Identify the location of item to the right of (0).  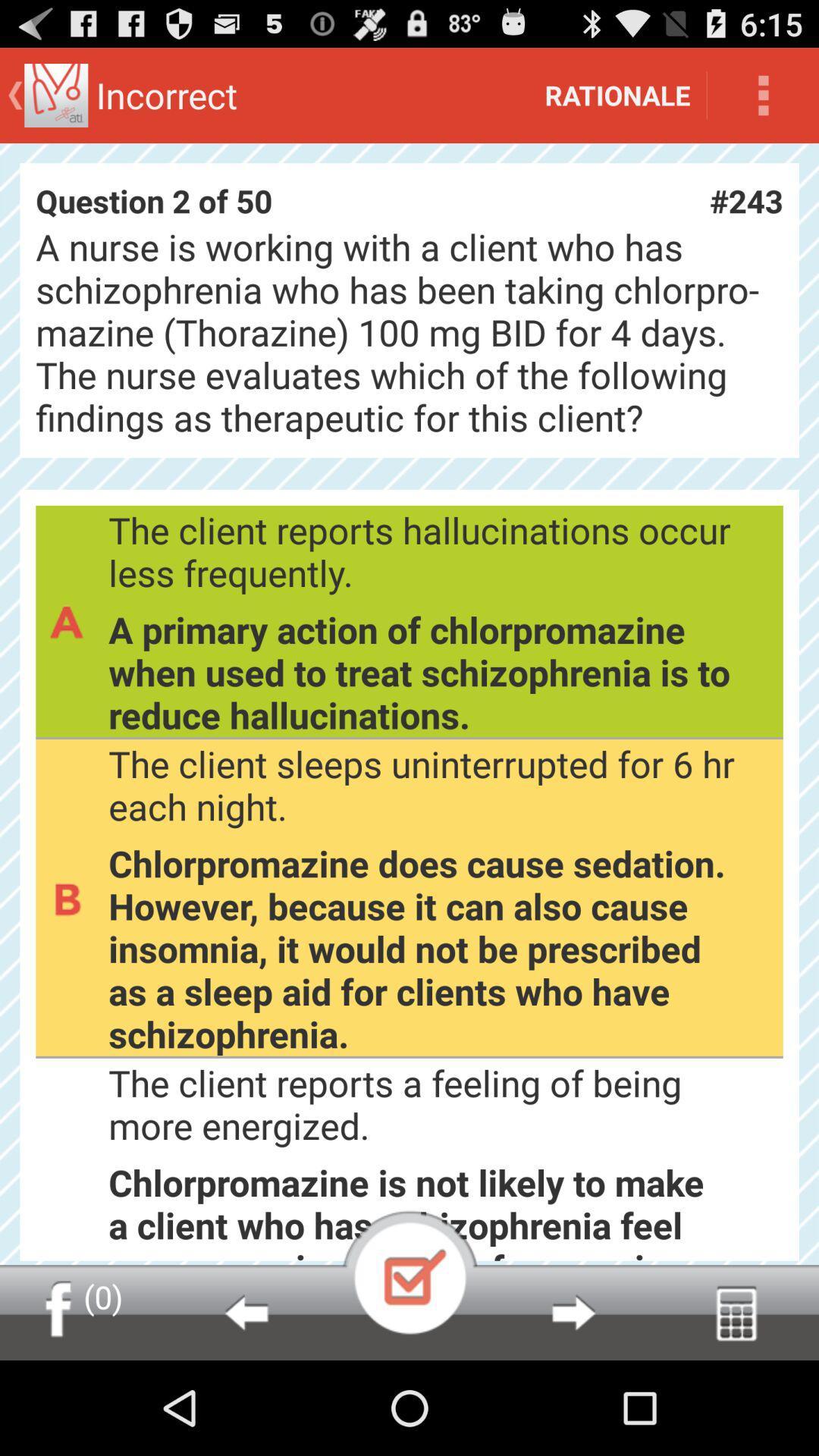
(245, 1312).